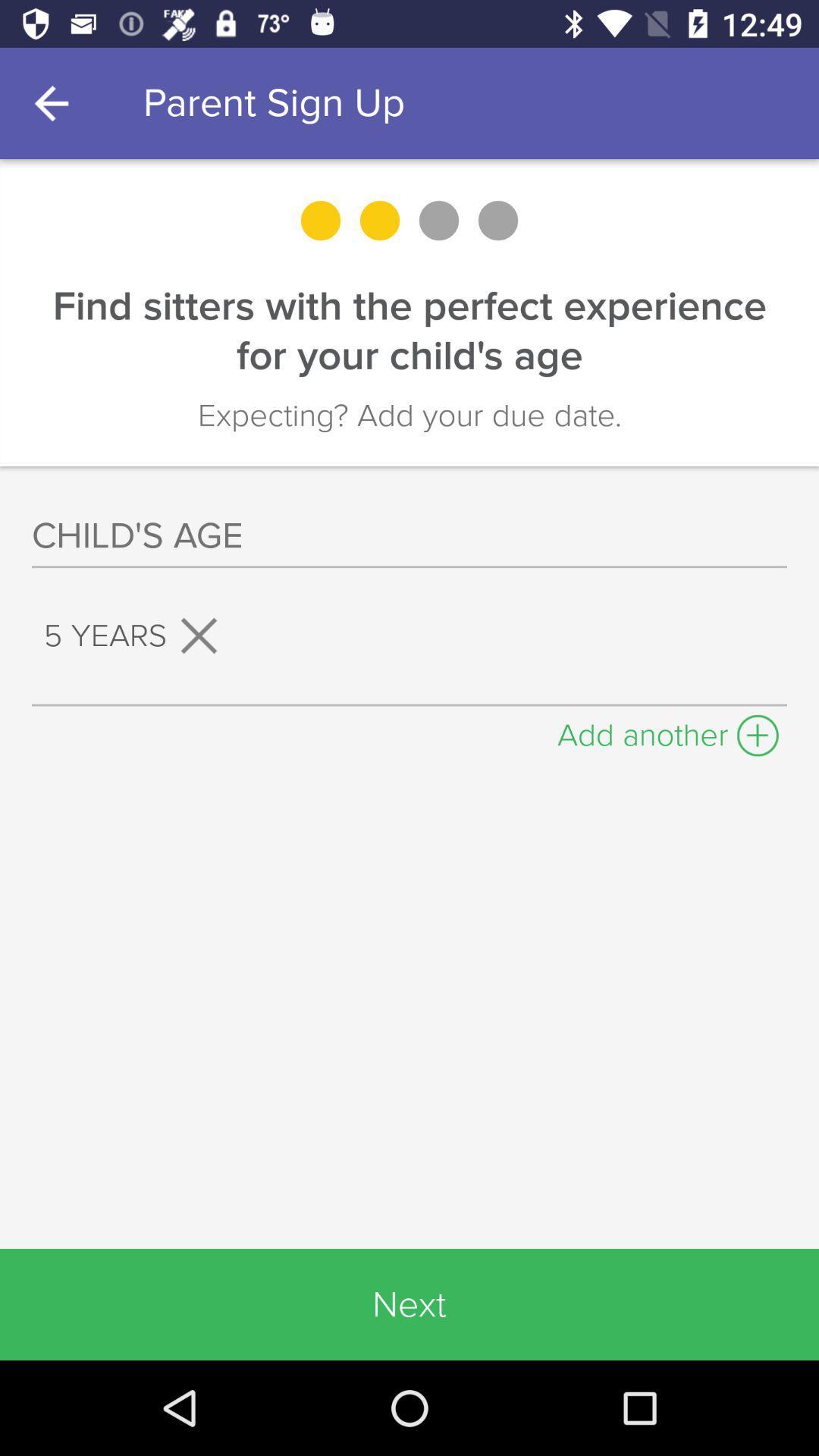 The image size is (819, 1456). Describe the element at coordinates (667, 731) in the screenshot. I see `icon on the right` at that location.